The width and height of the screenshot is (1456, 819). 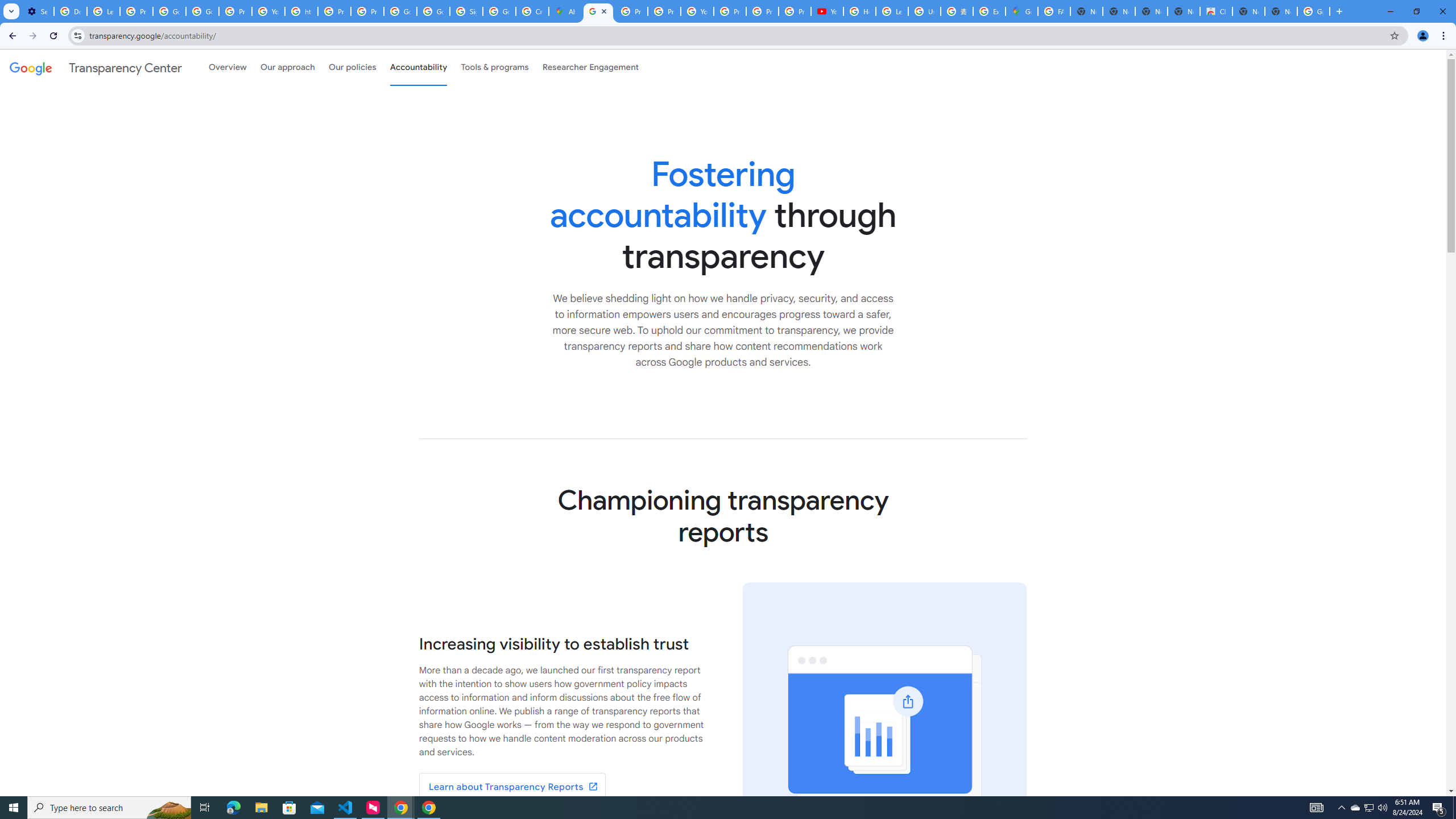 I want to click on 'Chrome Web Store', so click(x=1215, y=11).